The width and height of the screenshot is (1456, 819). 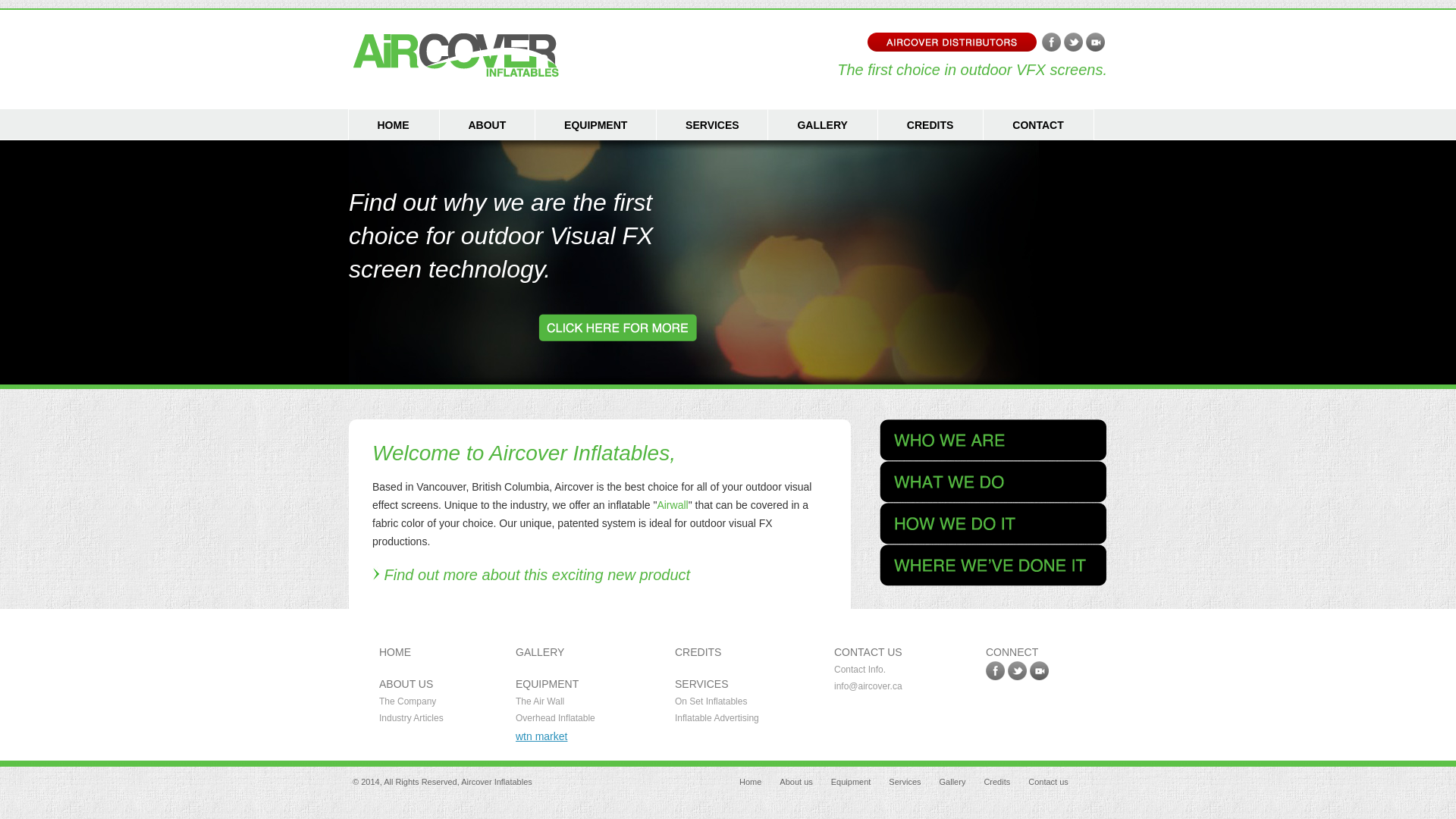 I want to click on 'GALLERY', so click(x=539, y=651).